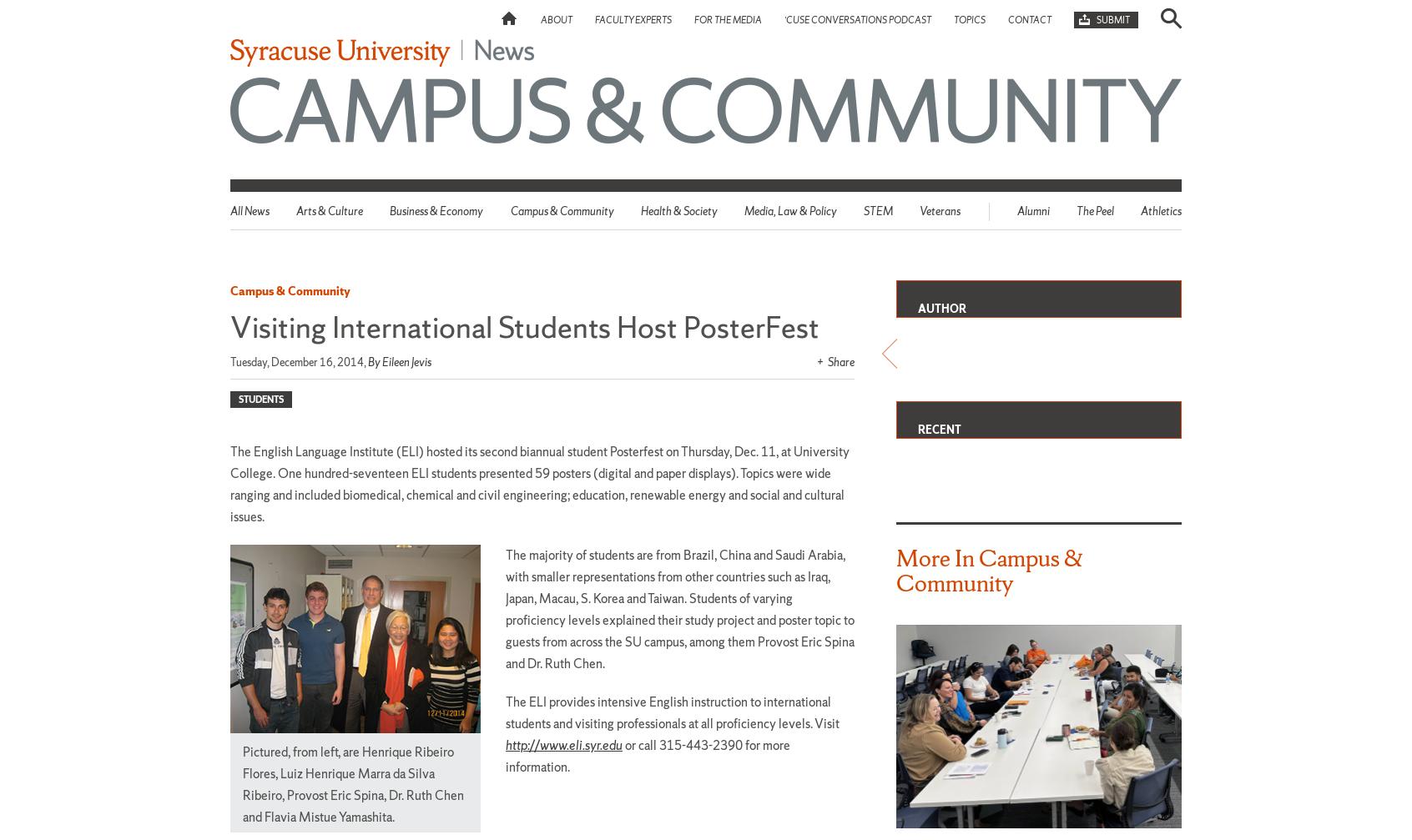  Describe the element at coordinates (856, 18) in the screenshot. I see `'’Cuse Conversations Podcast'` at that location.